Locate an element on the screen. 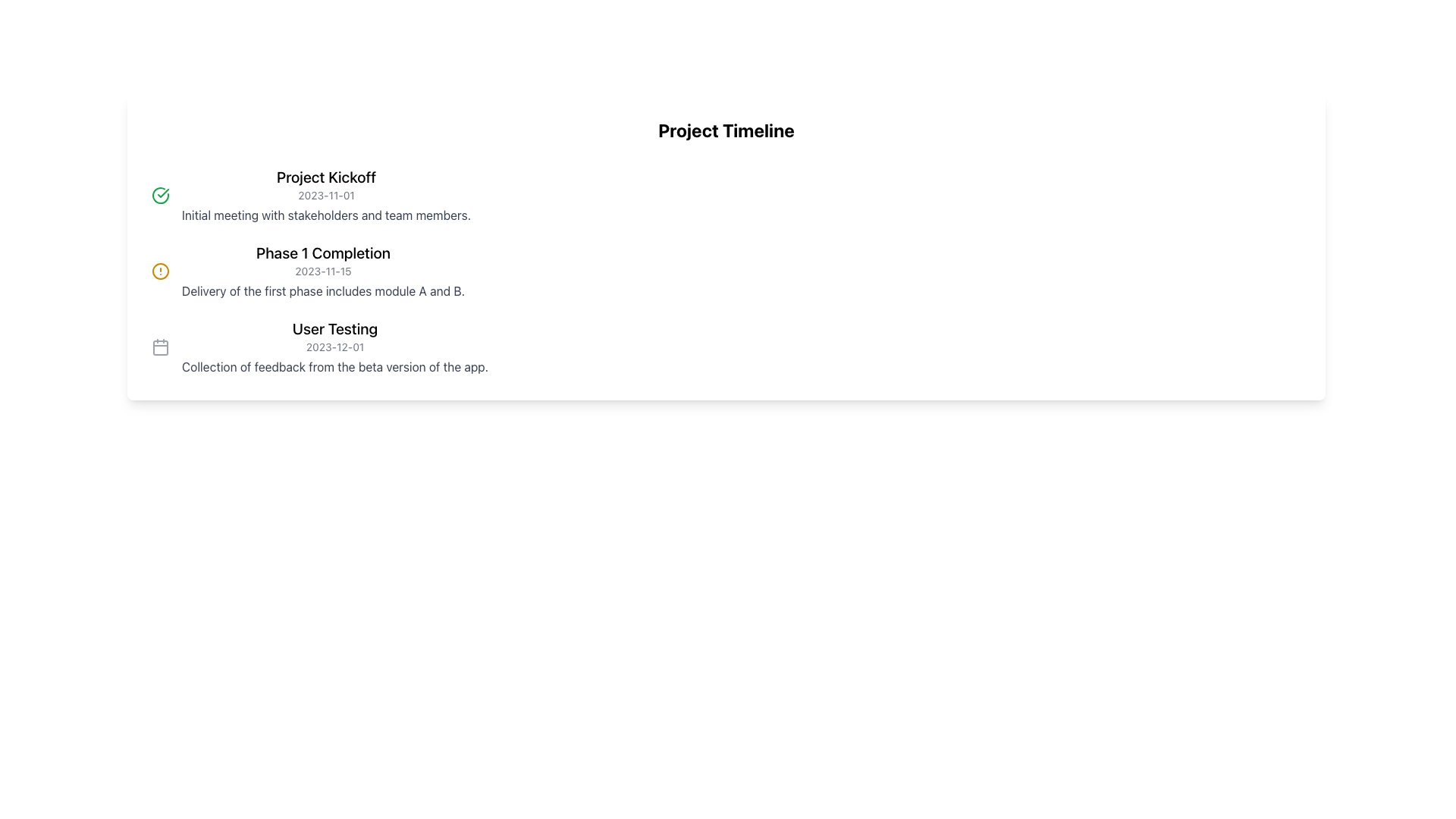 The height and width of the screenshot is (819, 1456). the central SVG circle element of the alert icon next to the text 'Phase 1 Completion' is located at coordinates (160, 271).